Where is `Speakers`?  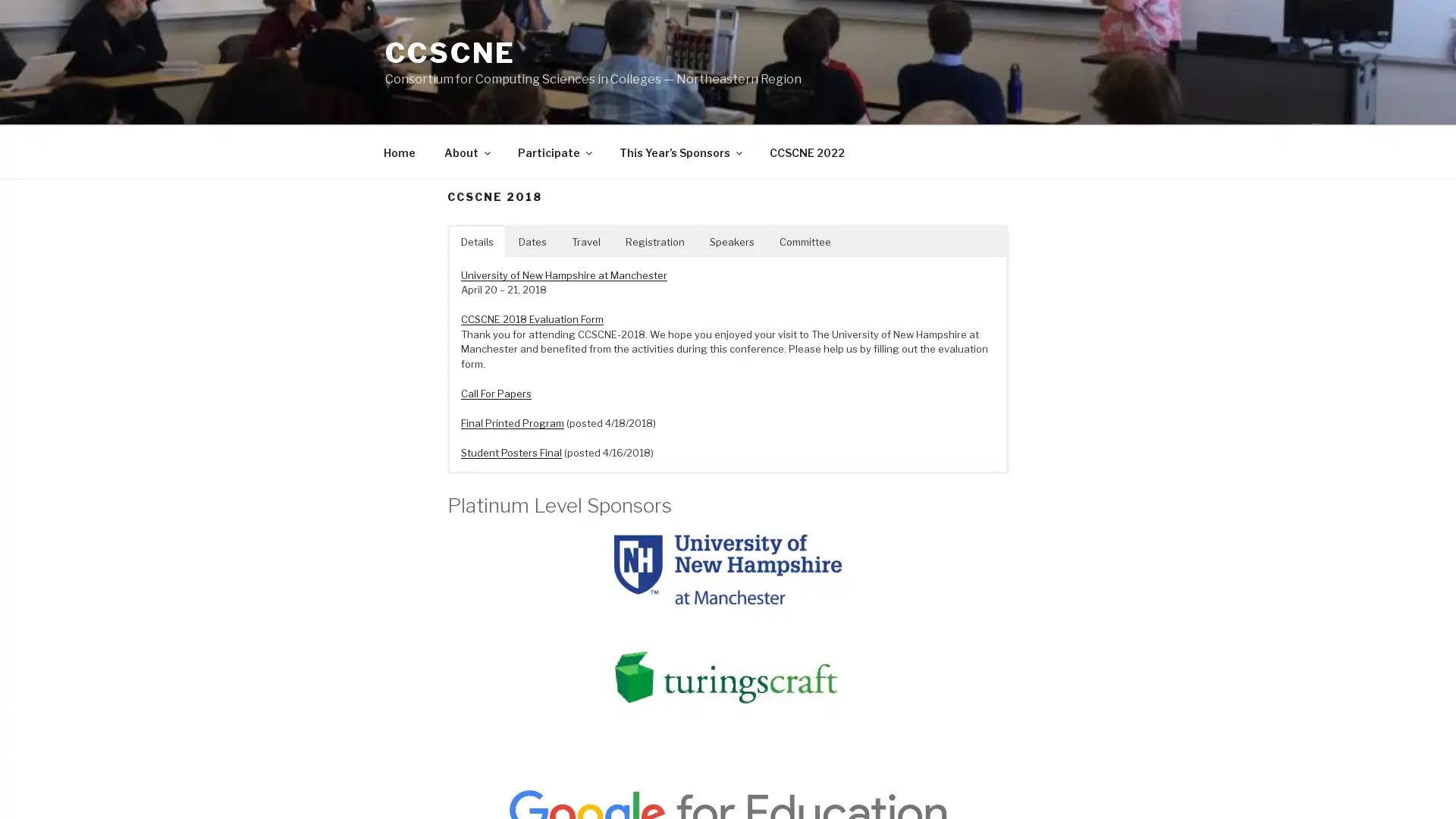 Speakers is located at coordinates (732, 240).